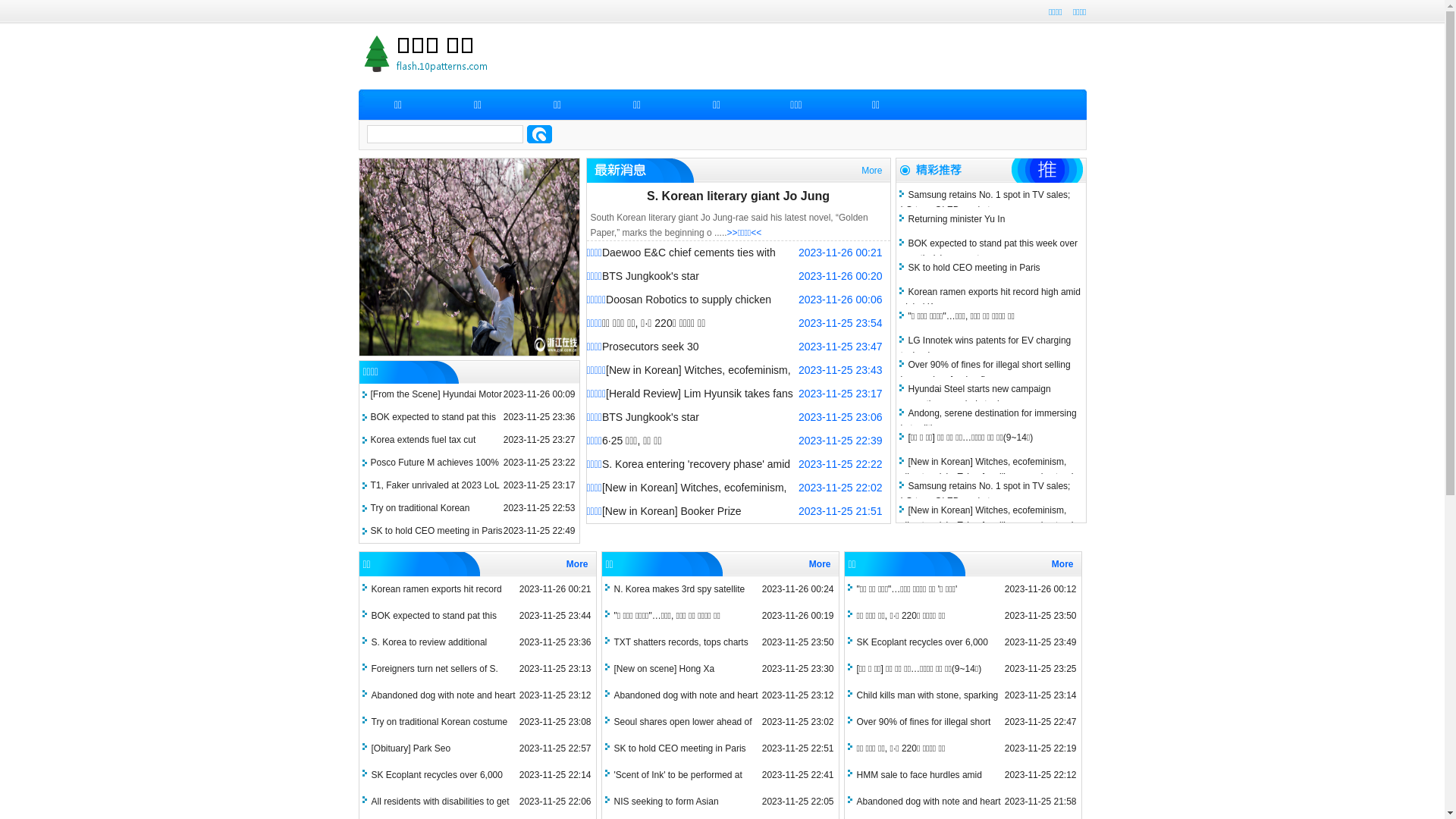 The image size is (1456, 819). I want to click on 'Doosan Robotics to supply chicken', so click(687, 299).